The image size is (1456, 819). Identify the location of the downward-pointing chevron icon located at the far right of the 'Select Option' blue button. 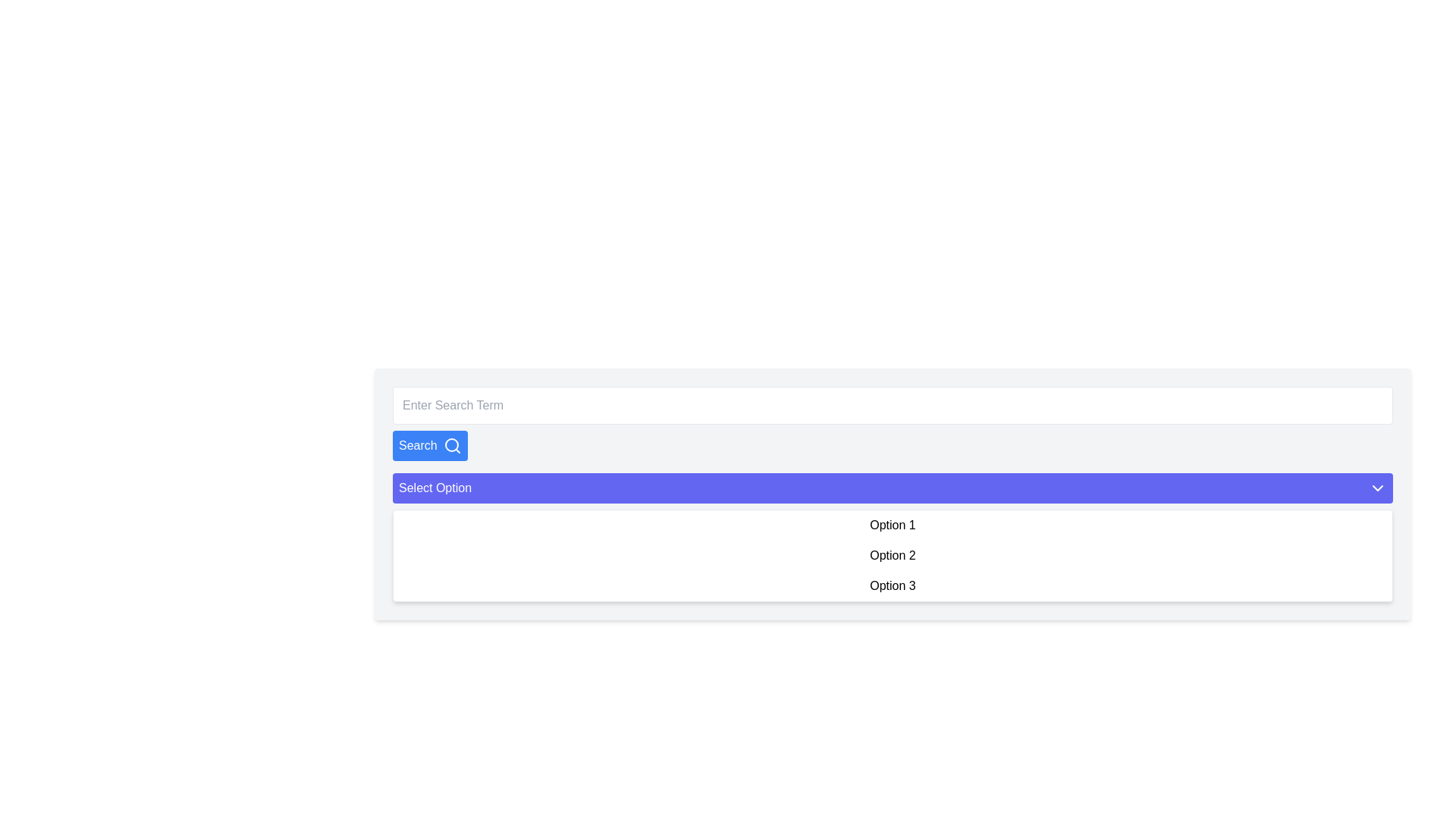
(1378, 488).